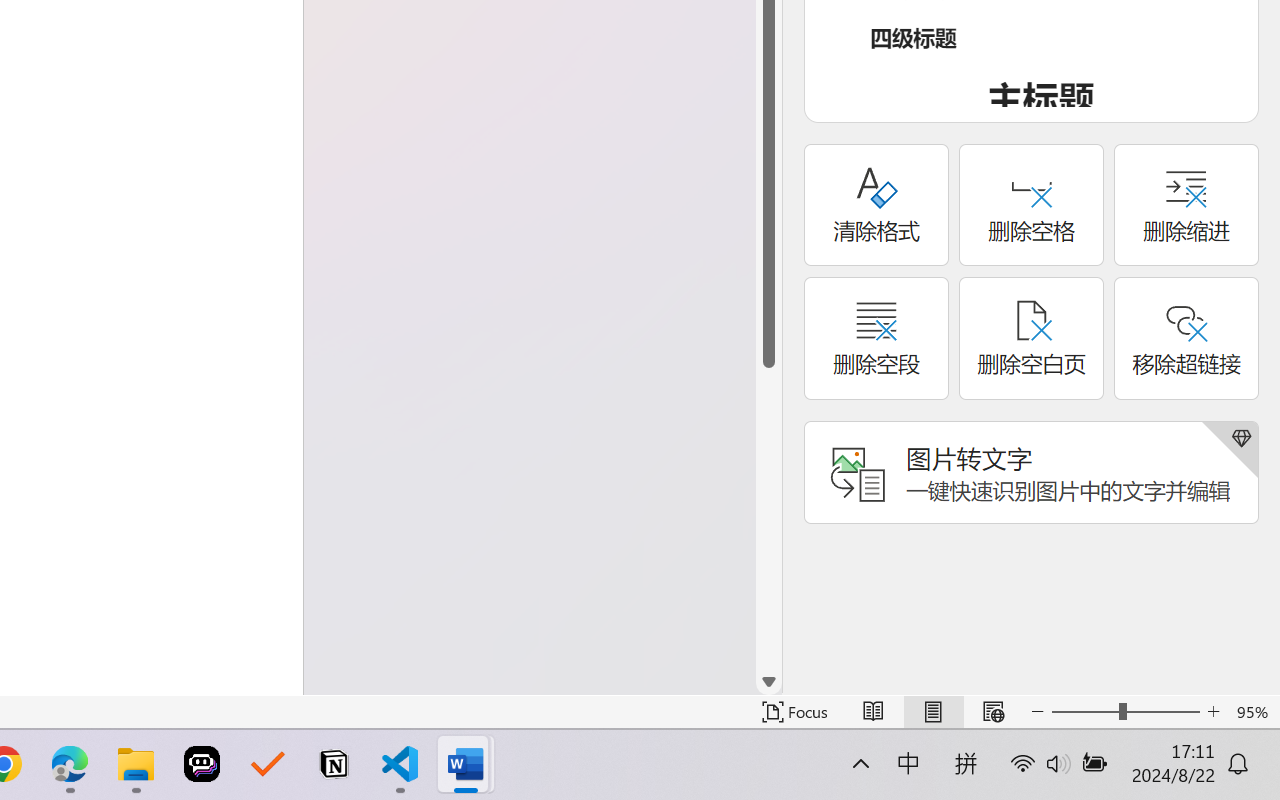 This screenshot has height=800, width=1280. Describe the element at coordinates (1252, 711) in the screenshot. I see `'Zoom 95%'` at that location.